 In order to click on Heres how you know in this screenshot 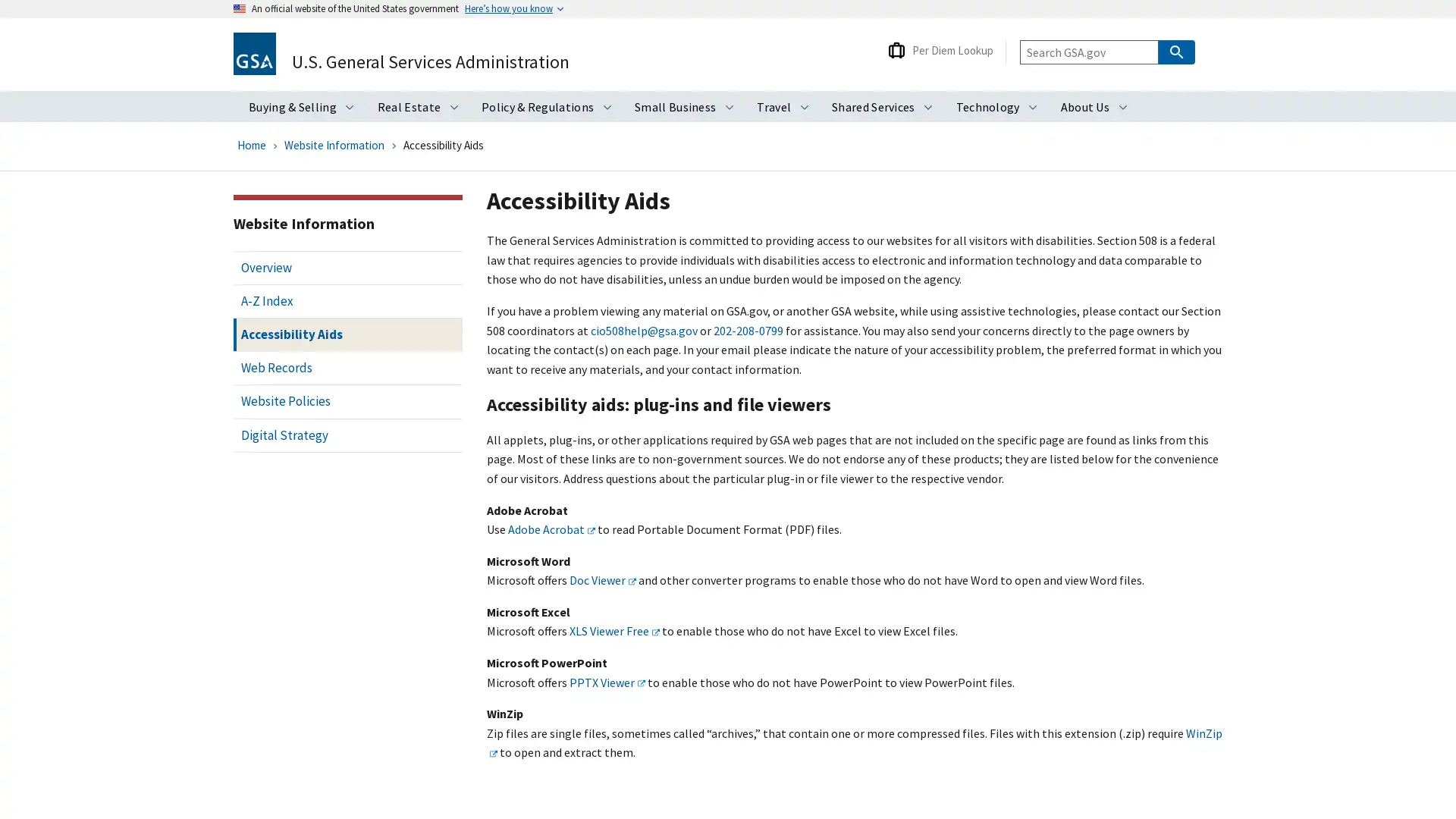, I will do `click(509, 8)`.